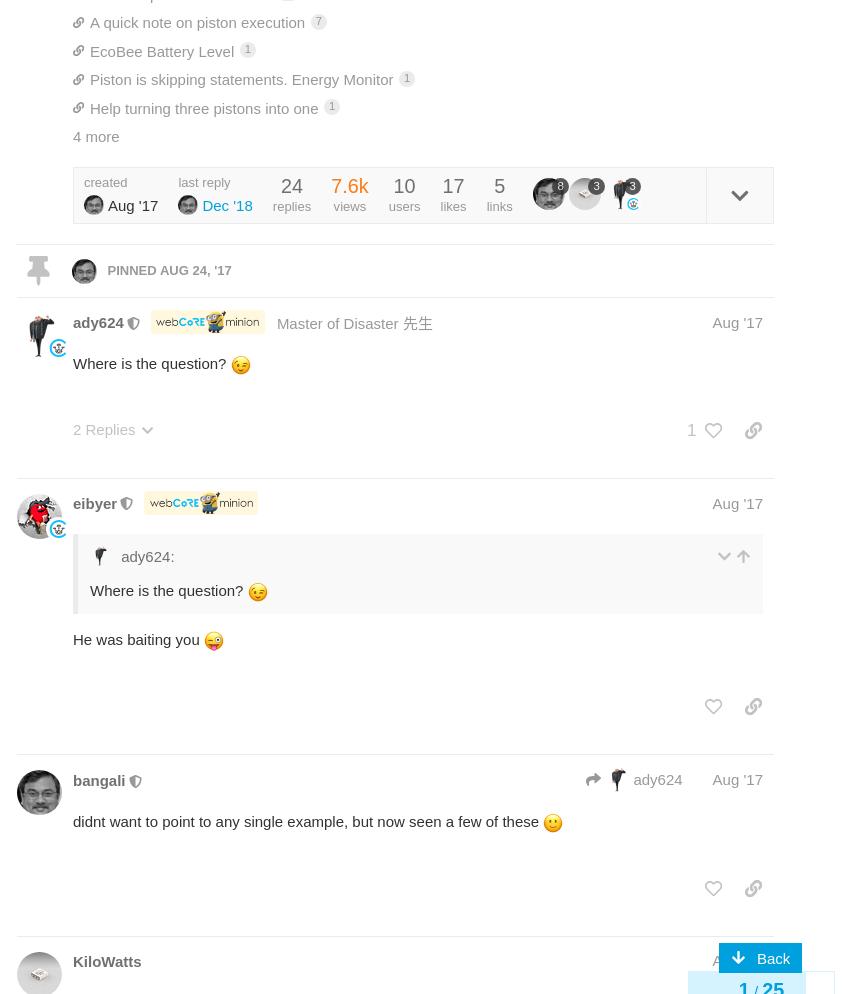  I want to click on 'replies', so click(290, 204).